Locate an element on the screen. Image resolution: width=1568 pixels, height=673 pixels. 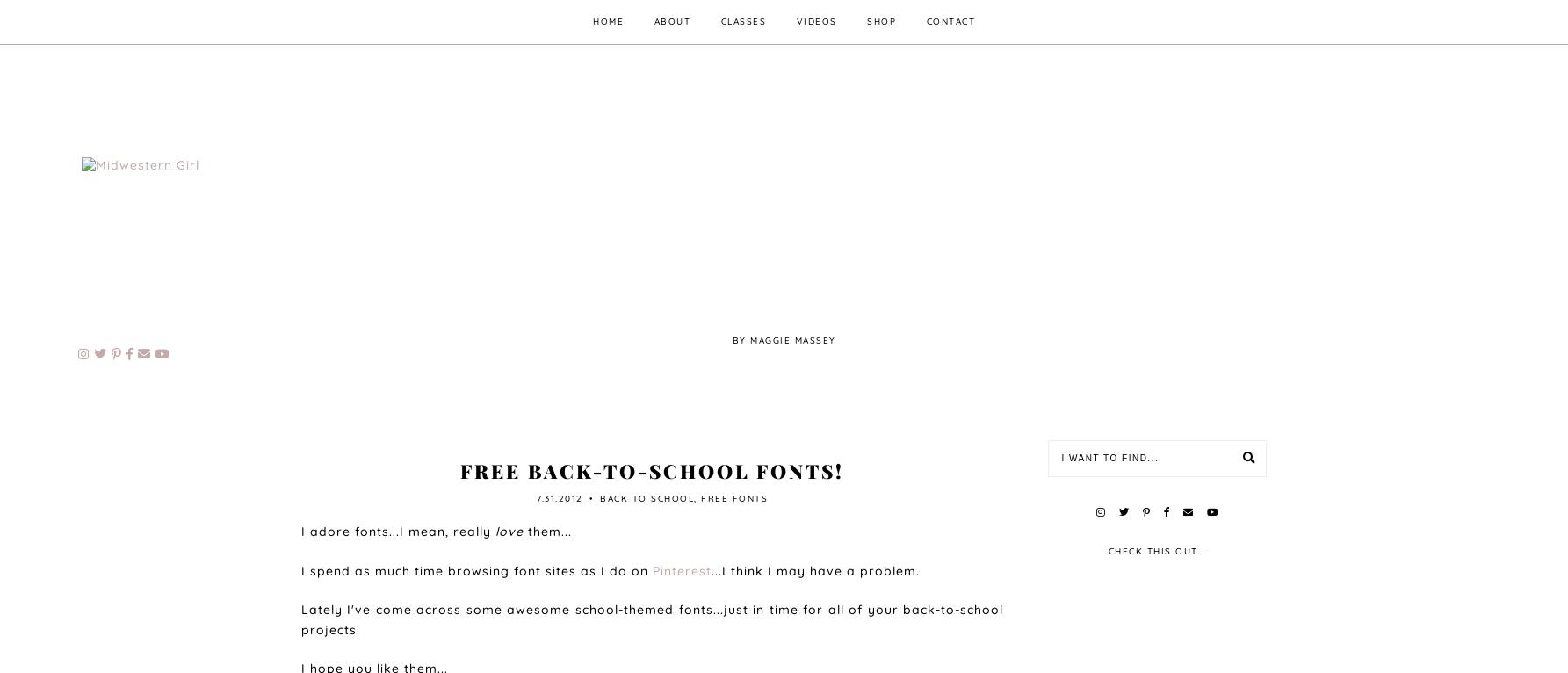
'classes' is located at coordinates (720, 20).